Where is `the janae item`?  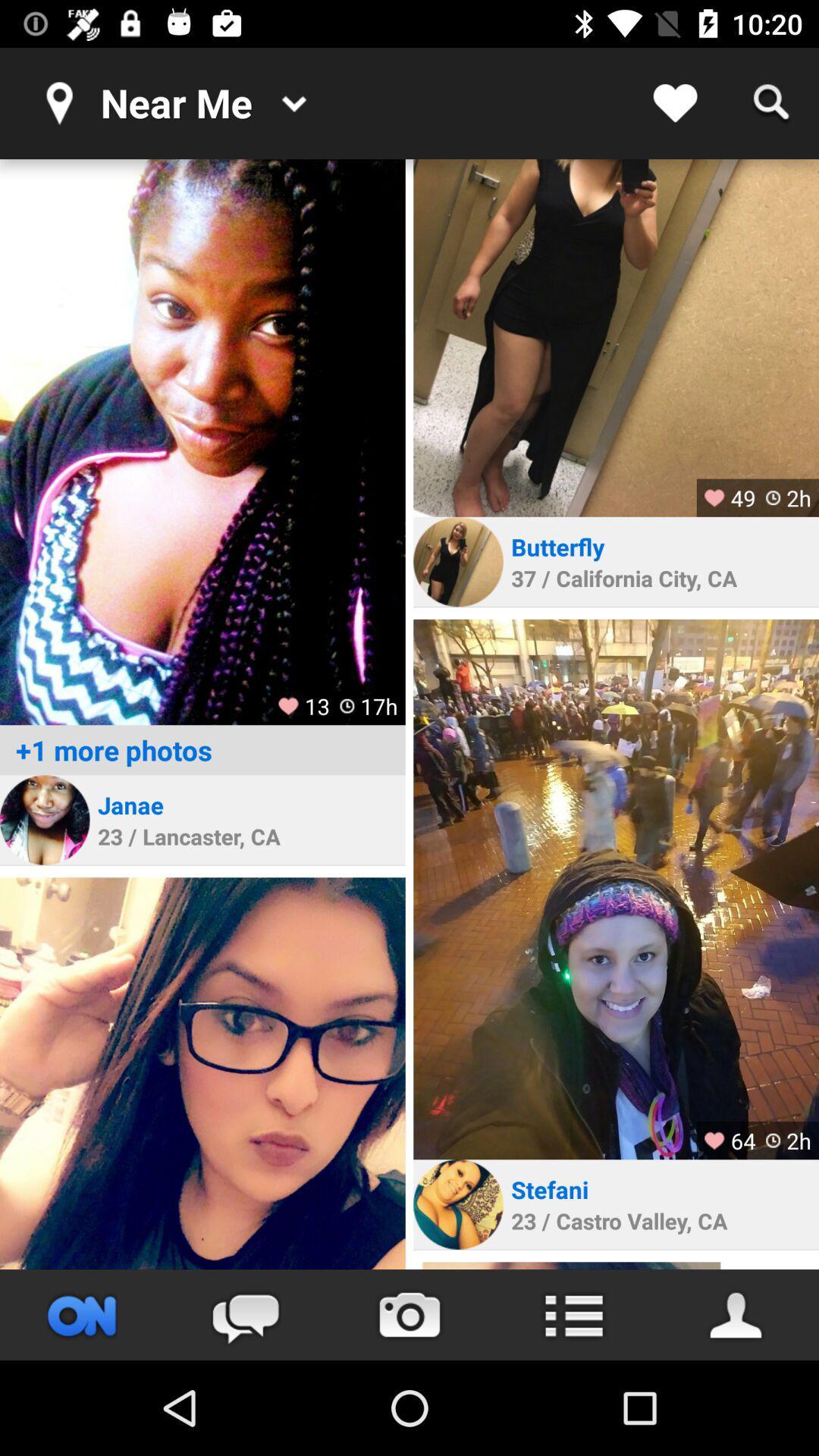
the janae item is located at coordinates (130, 804).